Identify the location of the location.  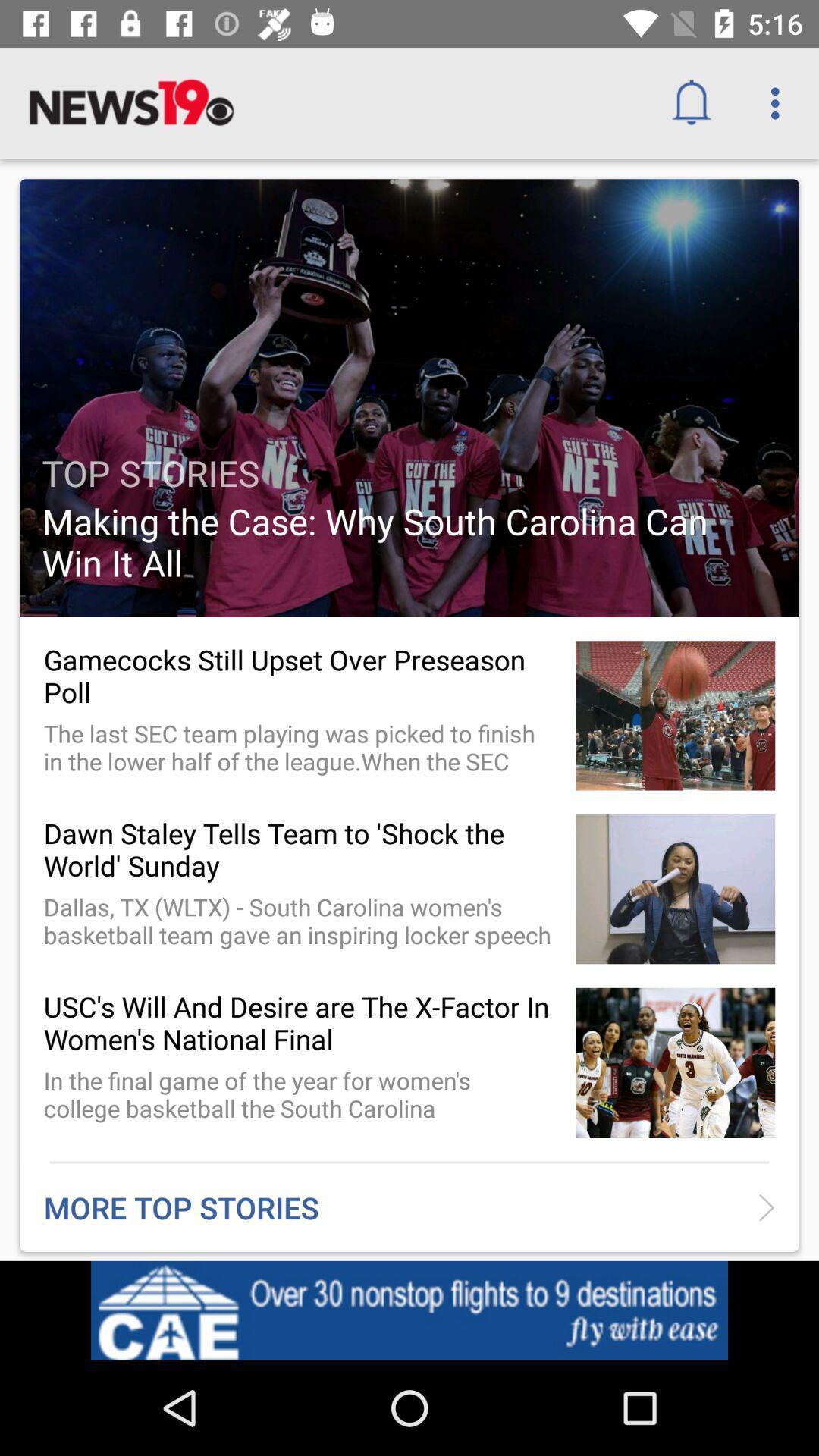
(697, 1314).